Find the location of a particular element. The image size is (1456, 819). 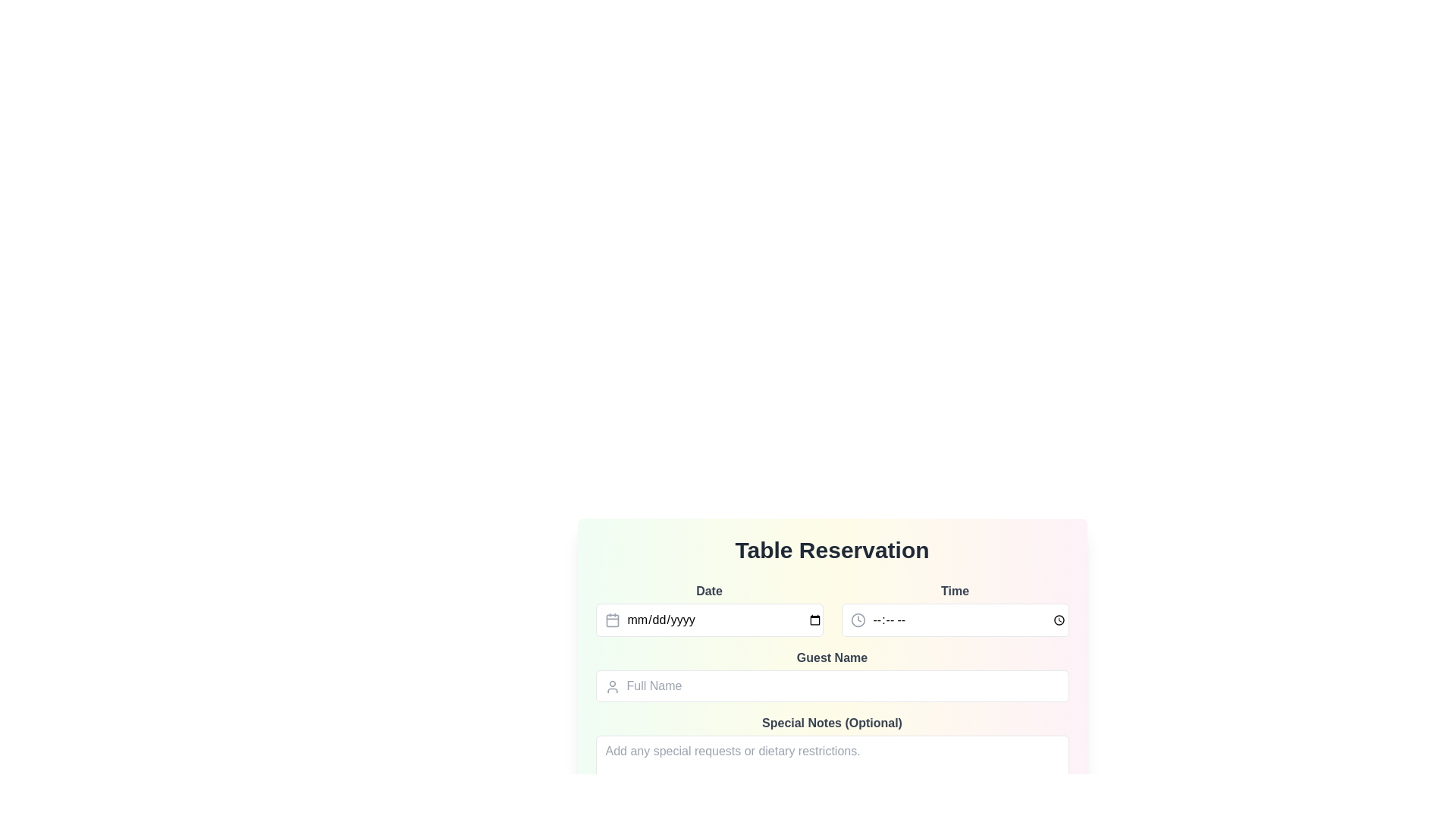

the Date input field to focus it for date entry is located at coordinates (708, 608).